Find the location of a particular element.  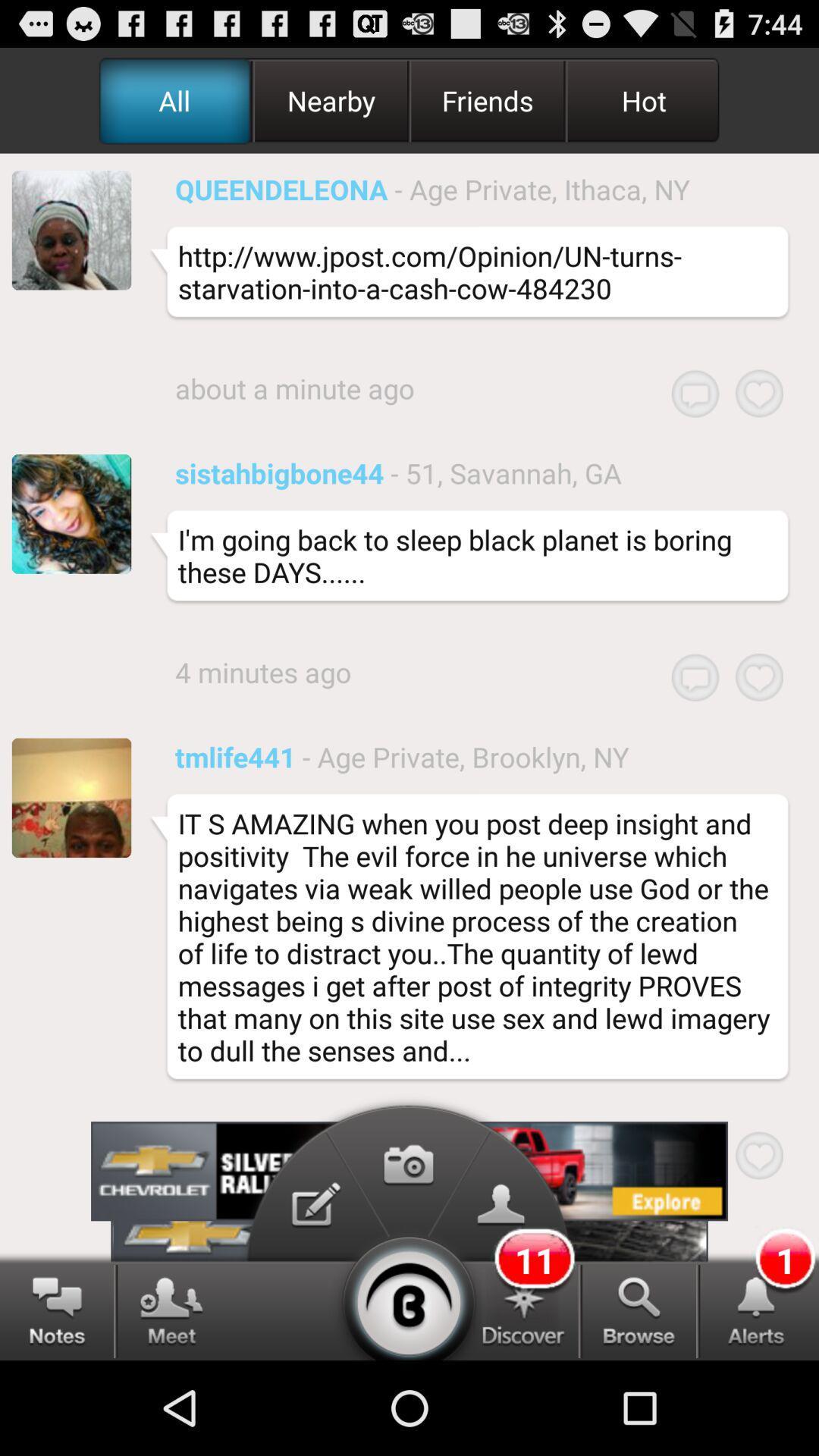

the photo icon is located at coordinates (408, 1236).